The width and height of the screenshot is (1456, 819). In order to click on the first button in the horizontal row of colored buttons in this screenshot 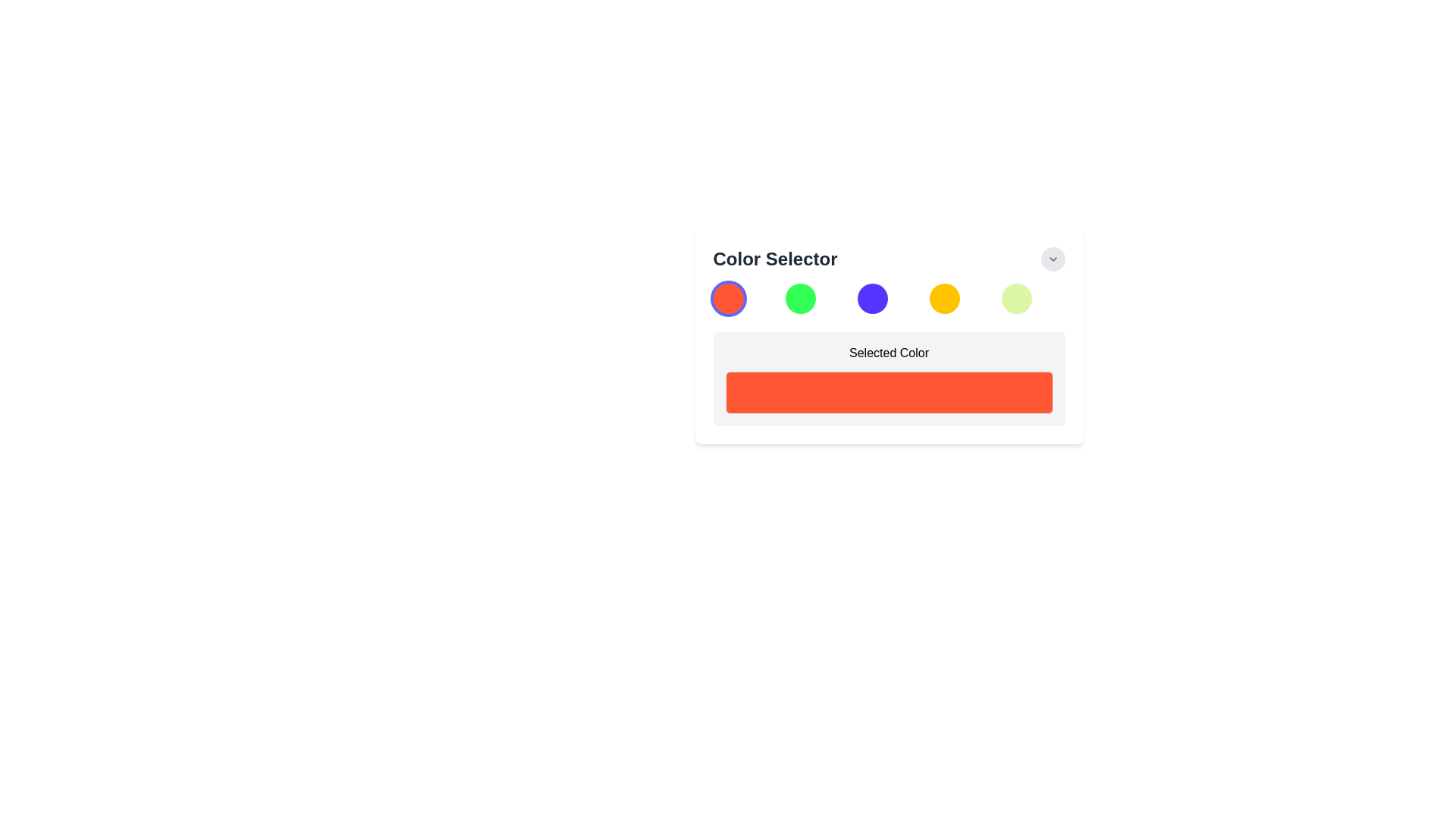, I will do `click(728, 298)`.